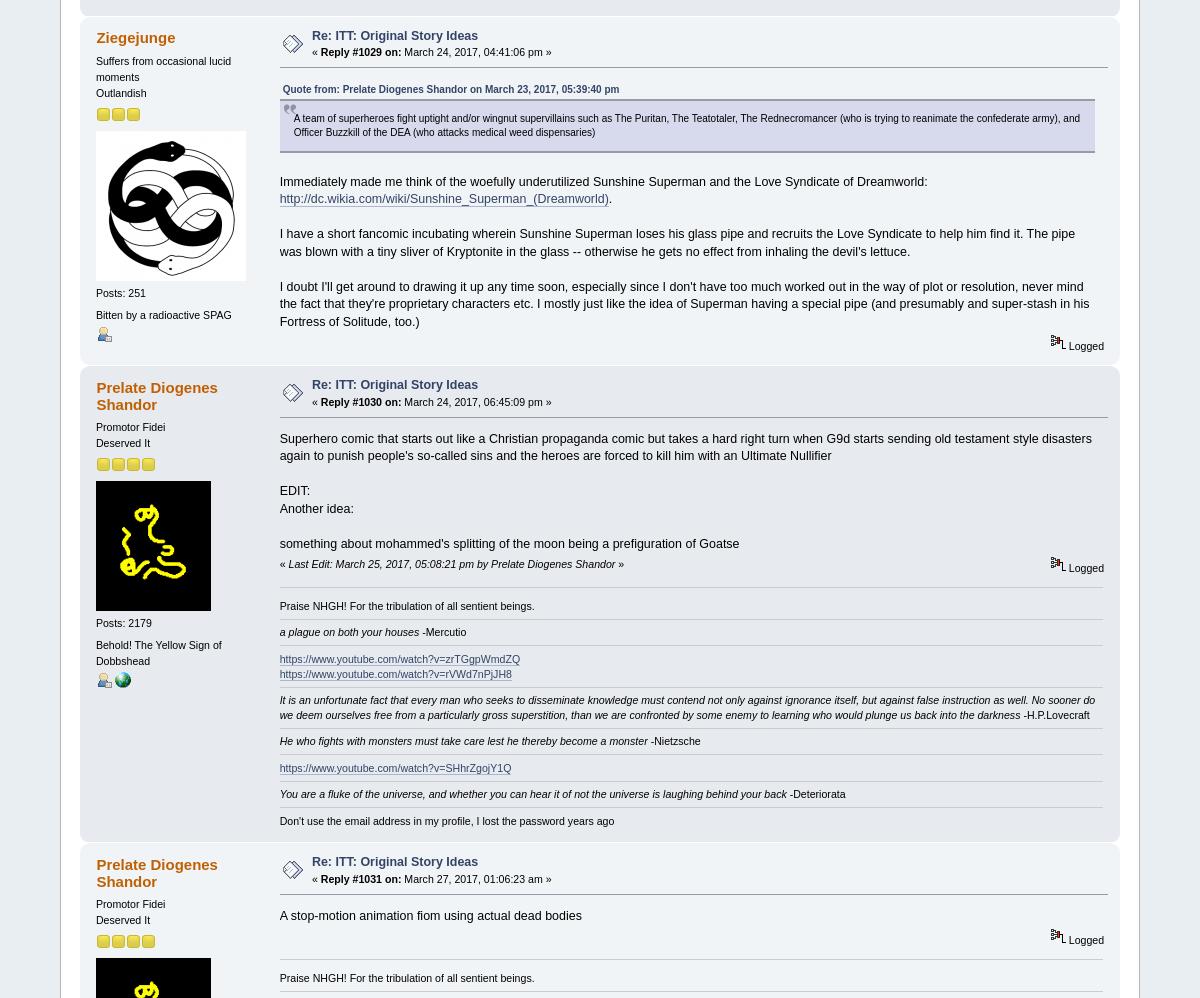 The image size is (1200, 998). I want to click on 'Ziegejunge', so click(135, 37).